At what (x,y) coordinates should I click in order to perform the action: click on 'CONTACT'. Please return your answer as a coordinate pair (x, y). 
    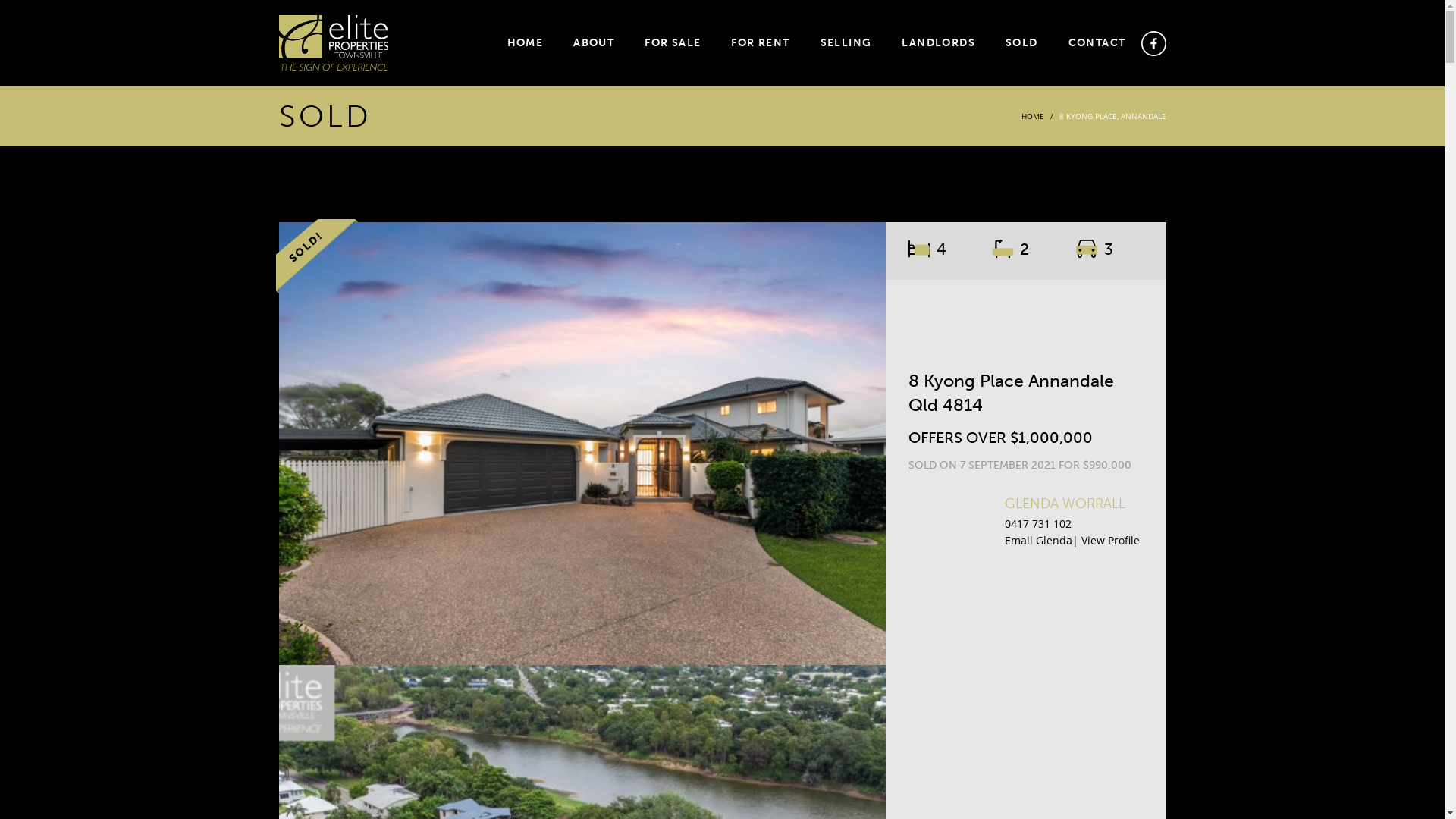
    Looking at the image, I should click on (1059, 42).